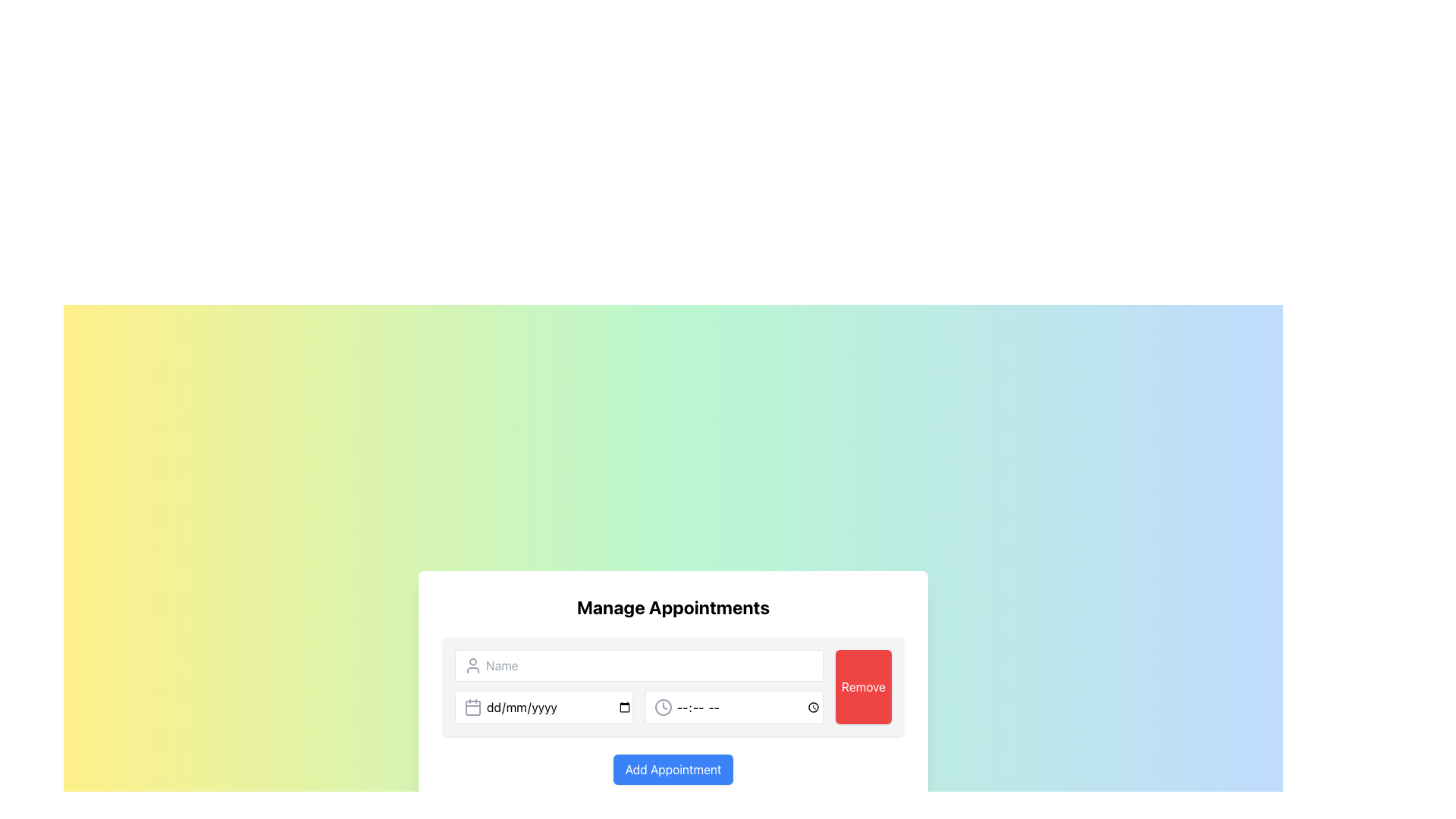 The width and height of the screenshot is (1456, 819). What do you see at coordinates (544, 708) in the screenshot?
I see `a date from the calendar popup by clicking on the date input field located below the 'Name' input field in the left column of the form UI` at bounding box center [544, 708].